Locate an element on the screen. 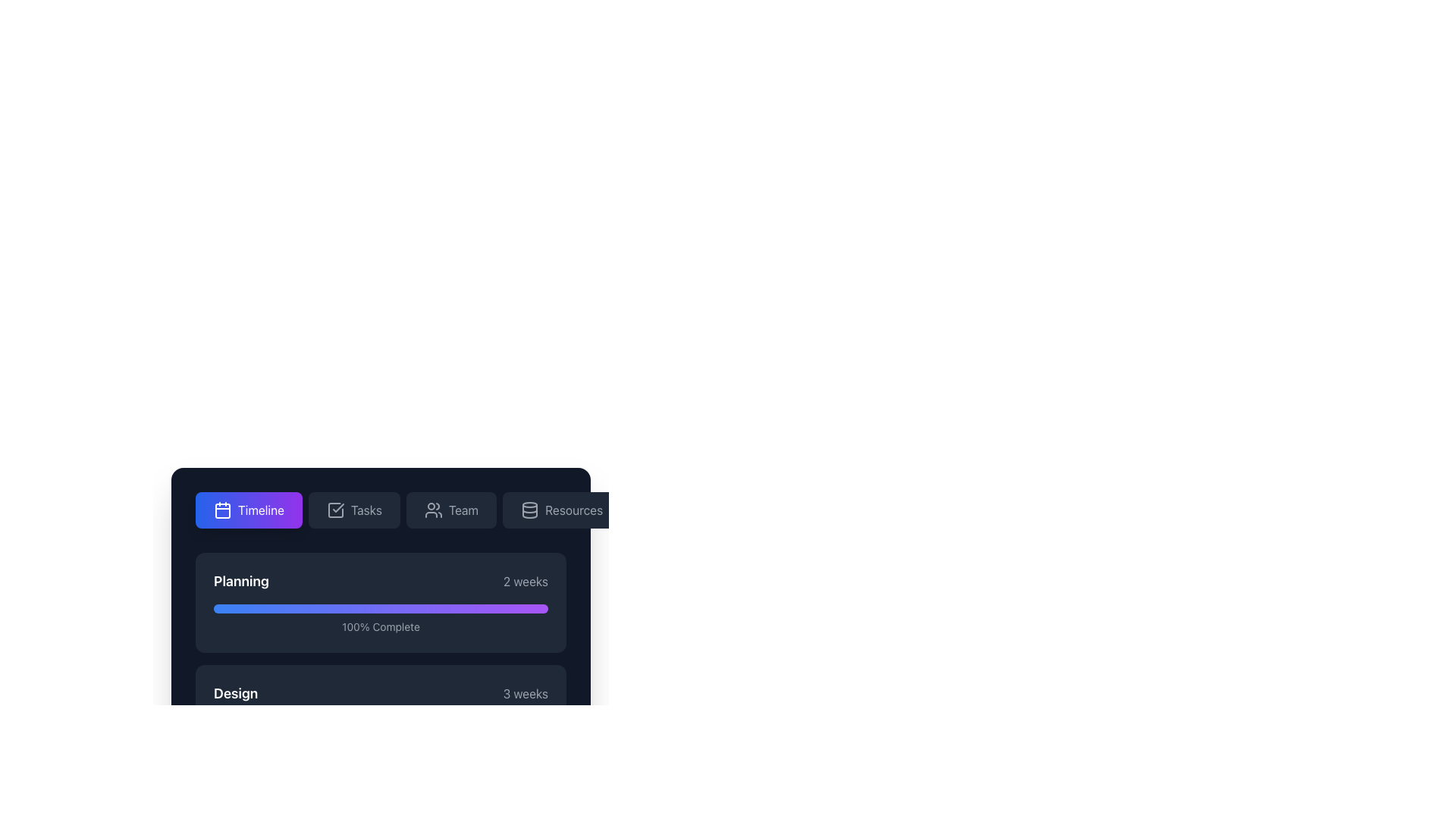 The image size is (1456, 819). the text label reading 'Planning', which is styled with a white font on a dark background, indicating a timeline section header is located at coordinates (240, 581).